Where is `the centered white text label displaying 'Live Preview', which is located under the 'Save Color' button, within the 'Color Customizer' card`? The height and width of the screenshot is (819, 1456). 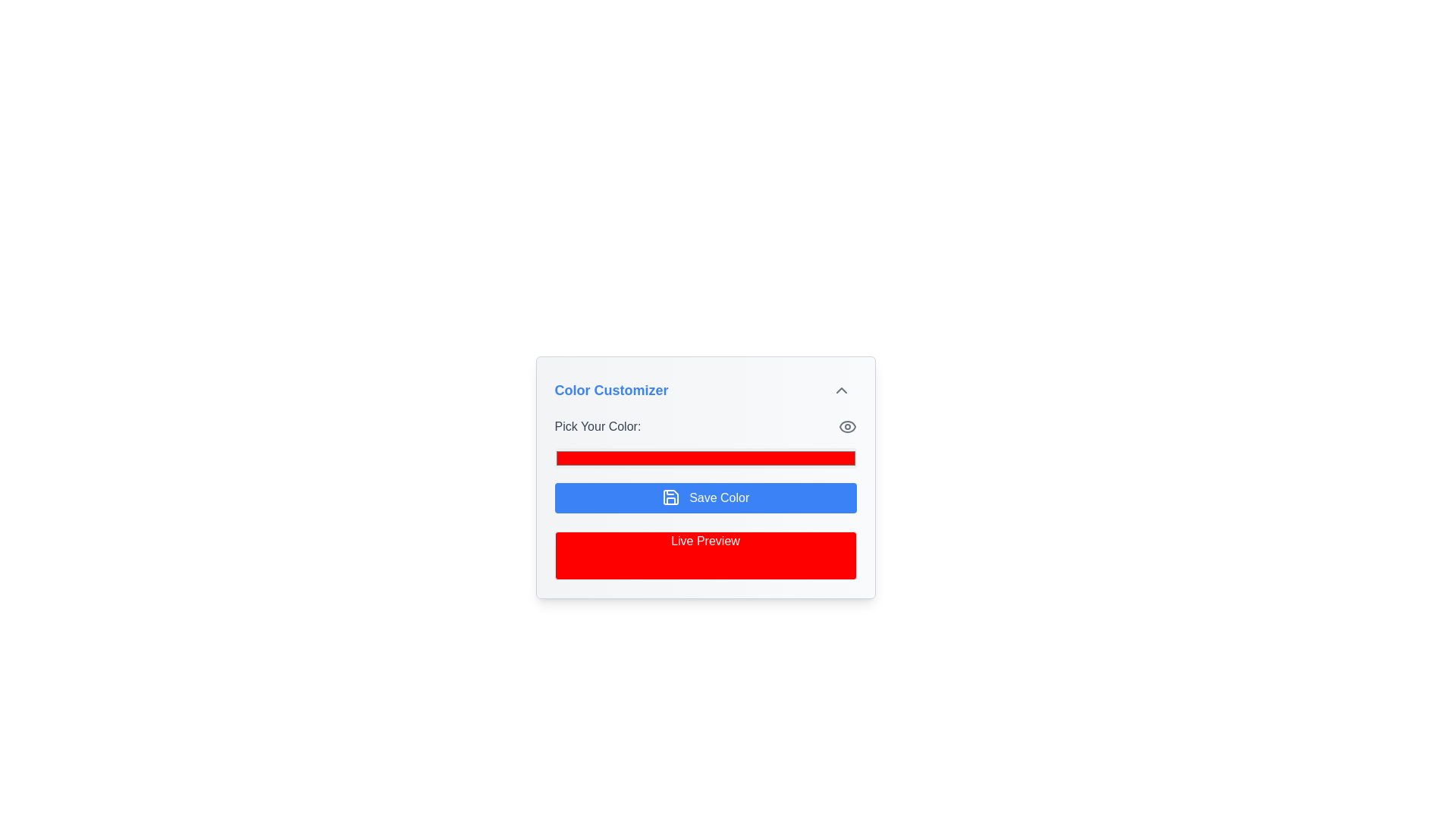
the centered white text label displaying 'Live Preview', which is located under the 'Save Color' button, within the 'Color Customizer' card is located at coordinates (704, 540).